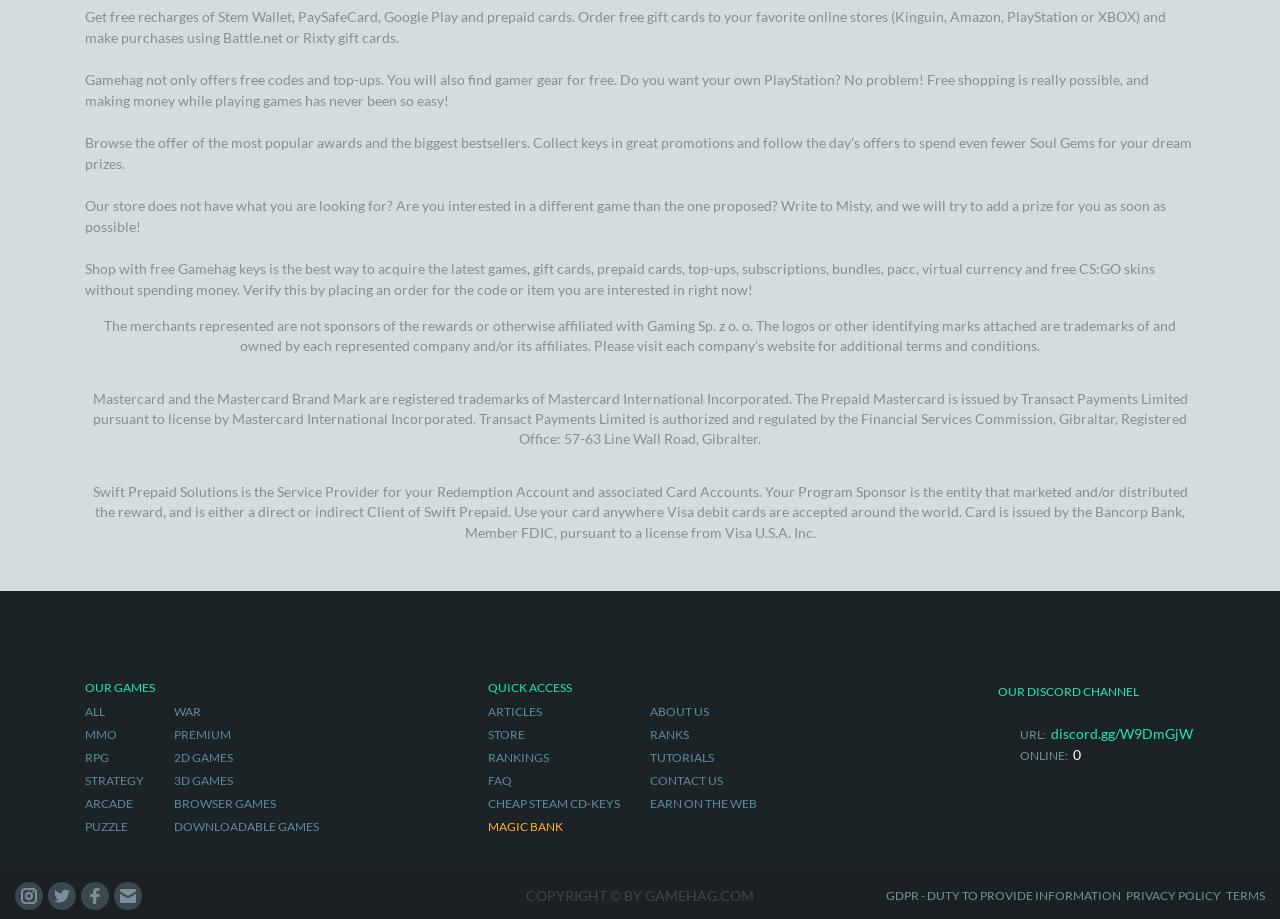  I want to click on 'discord.gg/W9DmGjW', so click(1121, 205).